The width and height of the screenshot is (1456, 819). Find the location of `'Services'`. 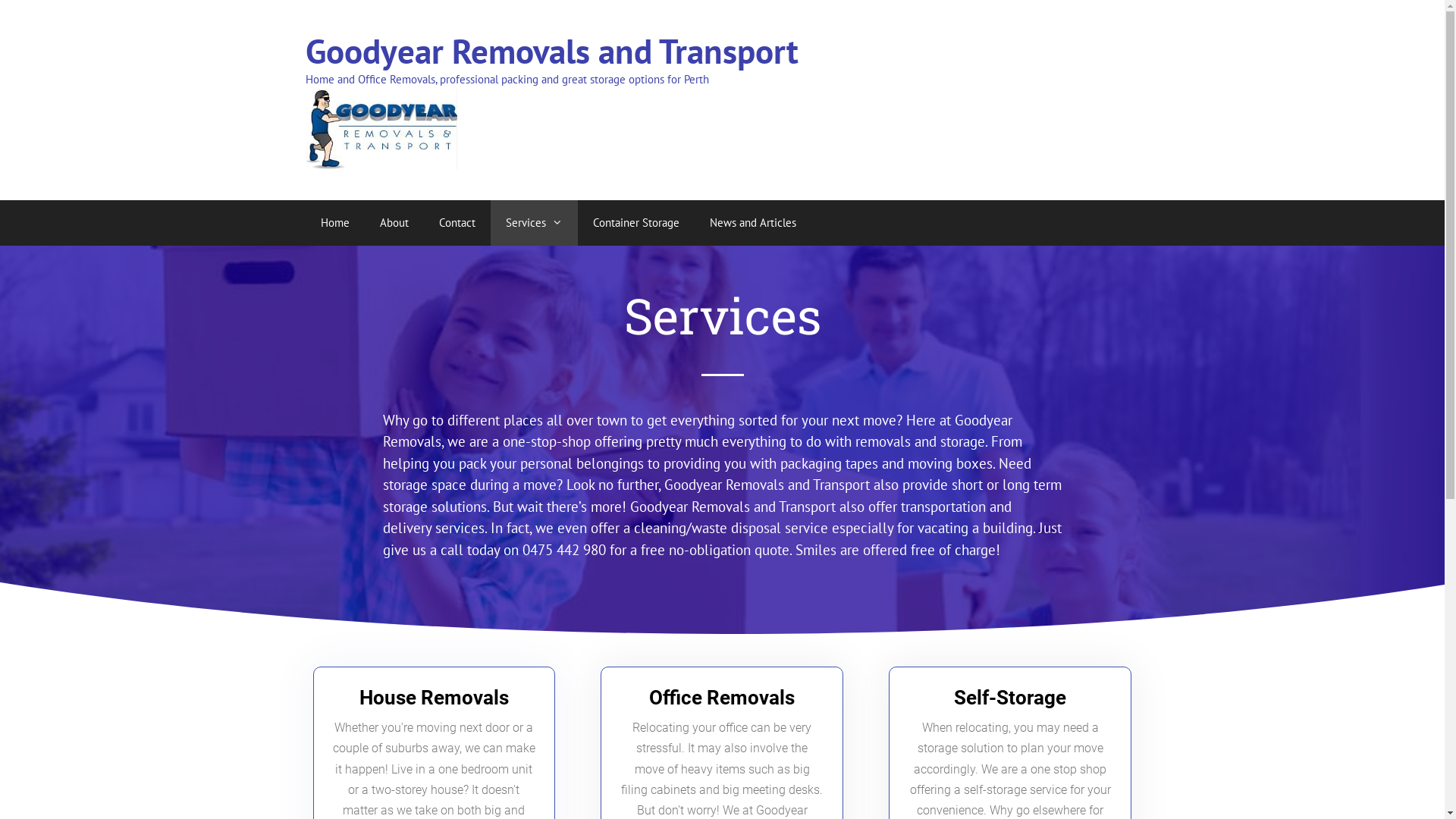

'Services' is located at coordinates (533, 222).